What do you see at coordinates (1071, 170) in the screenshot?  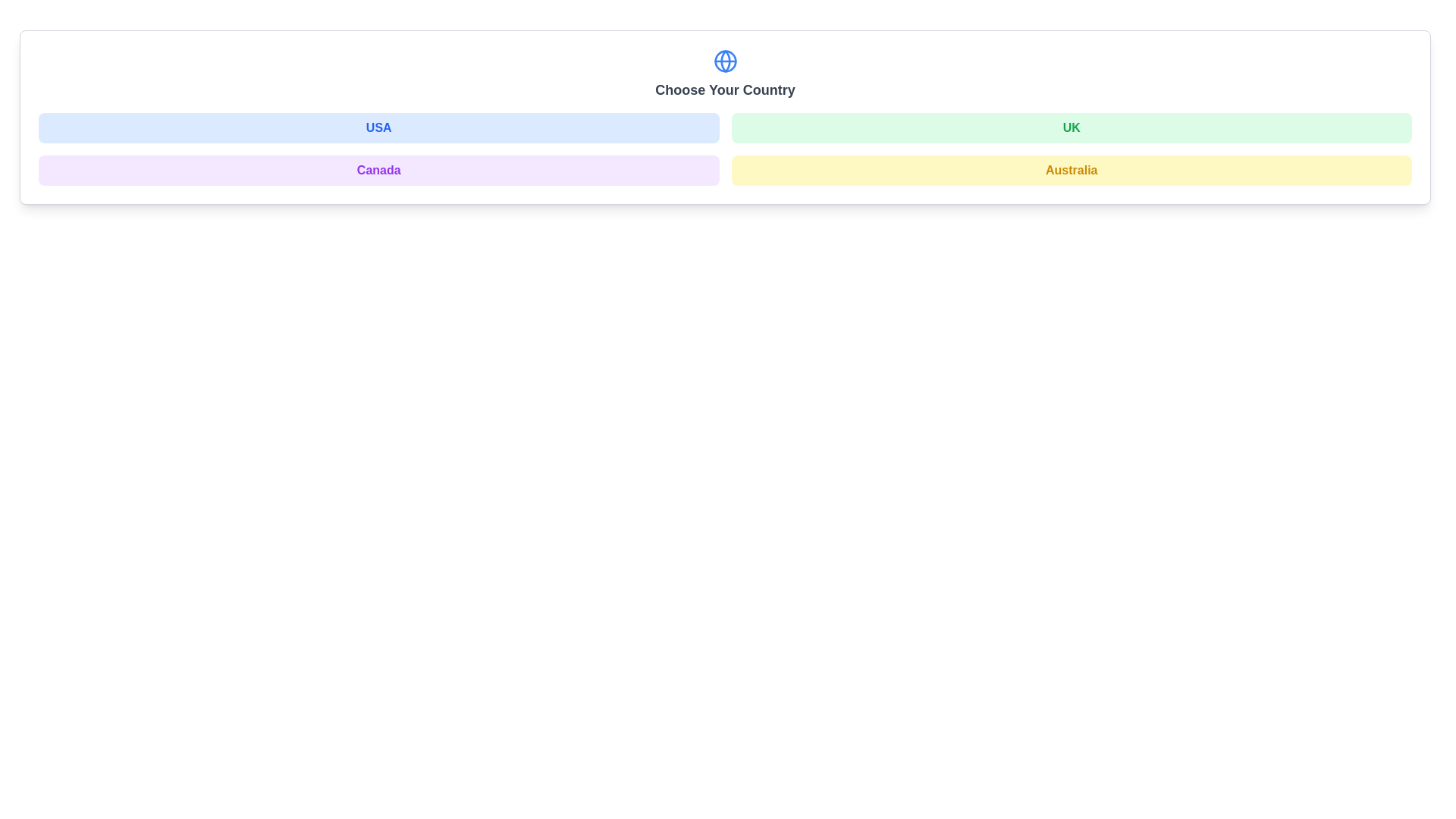 I see `the 'Australia' selection button, which is the fourth tab in the grid layout under the 'Choose Your Country' section` at bounding box center [1071, 170].